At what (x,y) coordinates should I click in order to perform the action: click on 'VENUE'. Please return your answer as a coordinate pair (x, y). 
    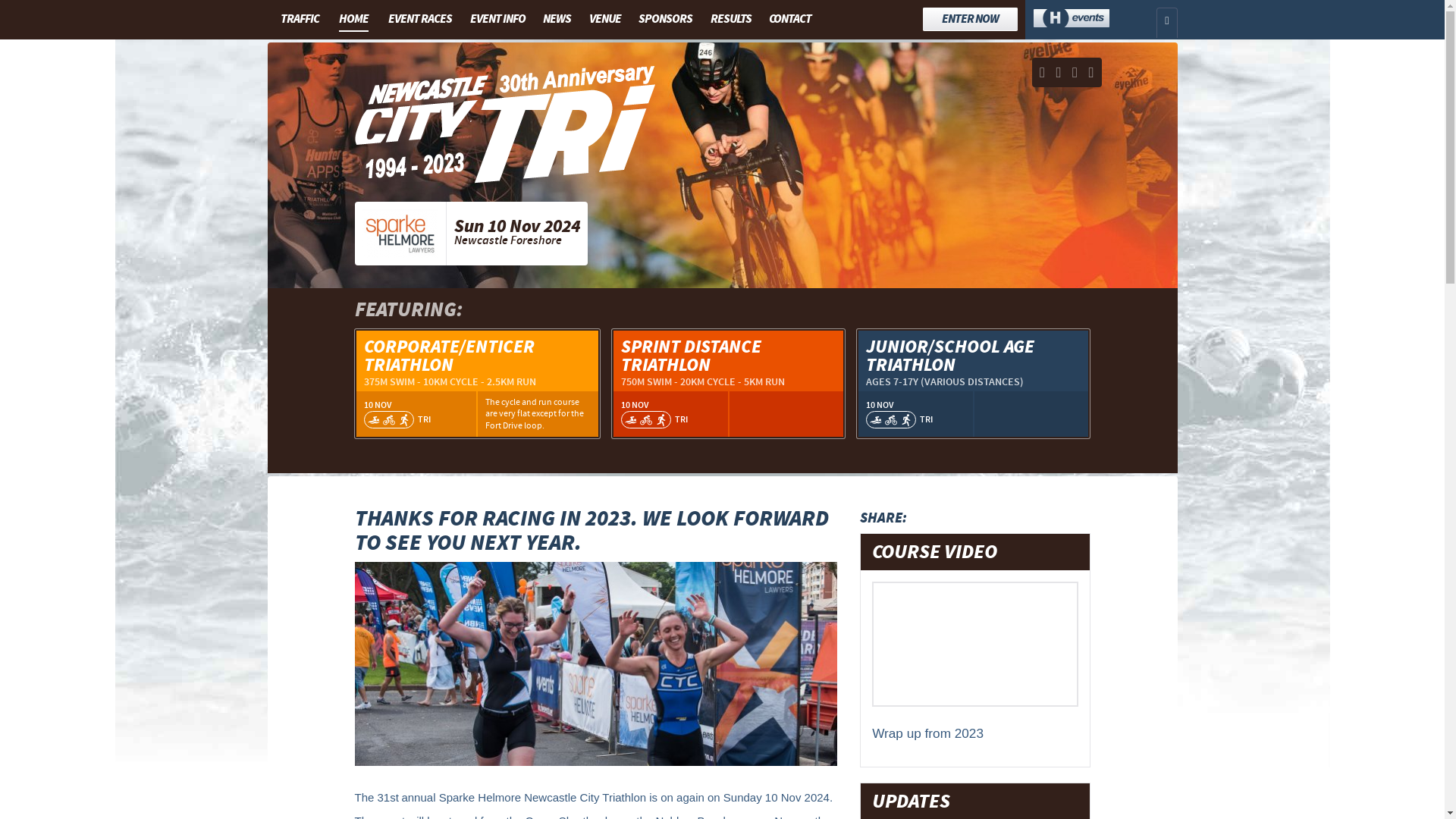
    Looking at the image, I should click on (604, 18).